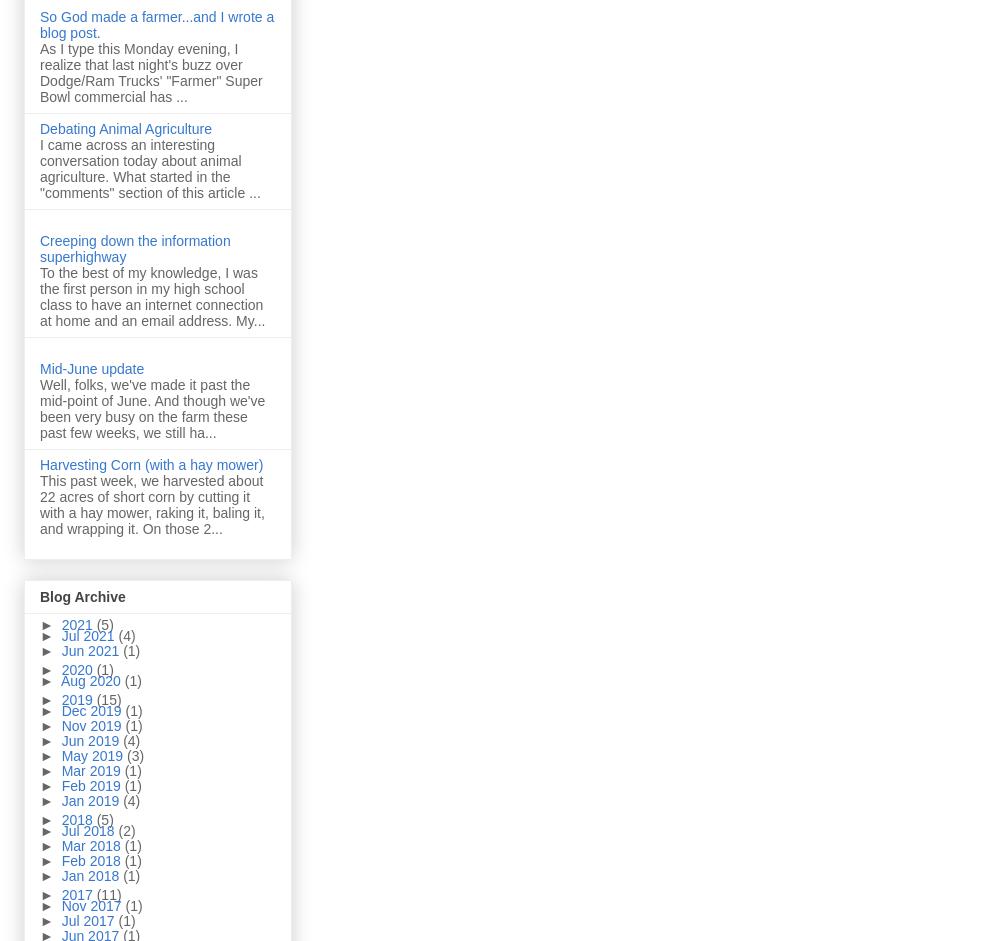  I want to click on 'Nov 2017', so click(59, 904).